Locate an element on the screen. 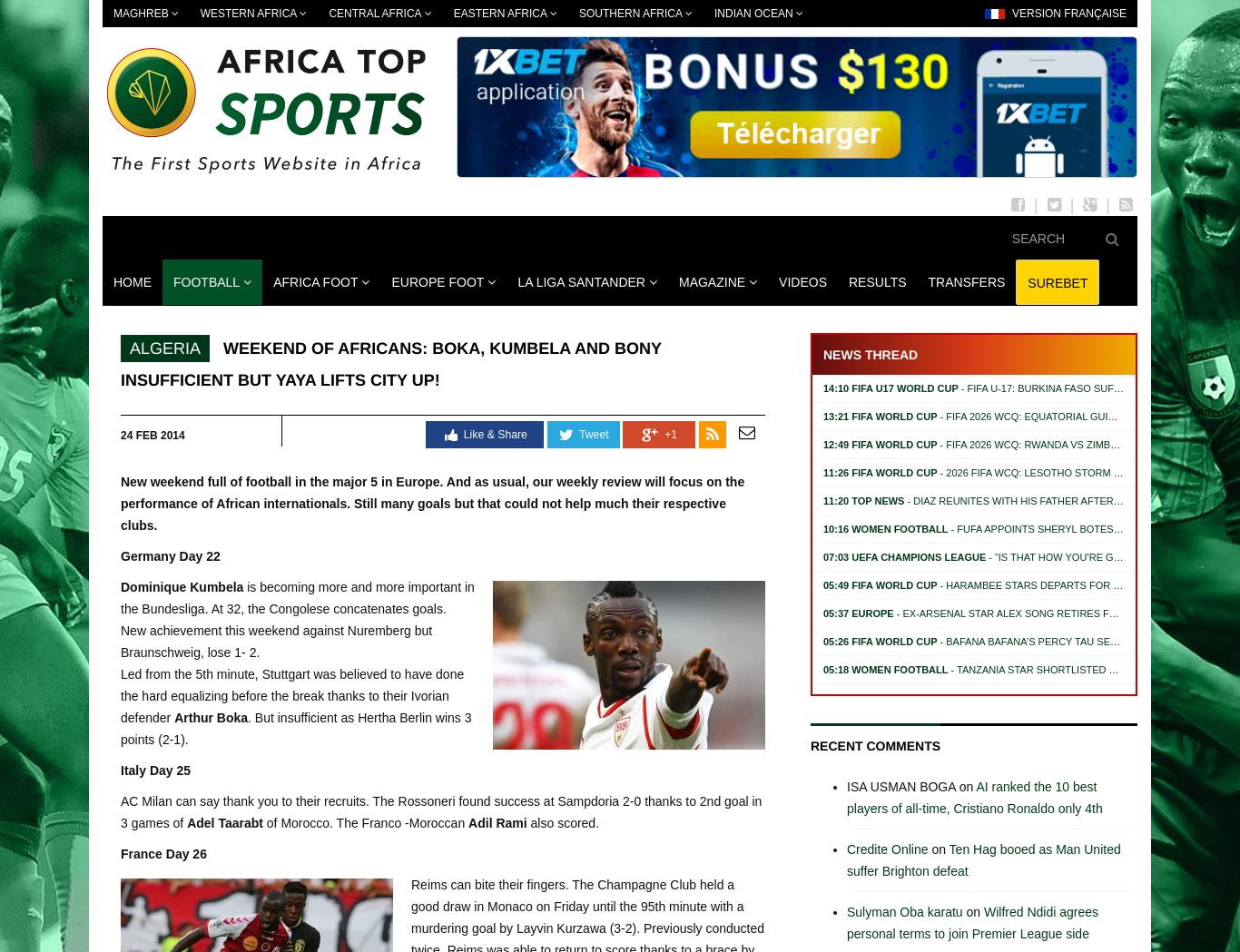 This screenshot has width=1240, height=952. 'of Morocco. The Franco -Moroccan' is located at coordinates (364, 821).